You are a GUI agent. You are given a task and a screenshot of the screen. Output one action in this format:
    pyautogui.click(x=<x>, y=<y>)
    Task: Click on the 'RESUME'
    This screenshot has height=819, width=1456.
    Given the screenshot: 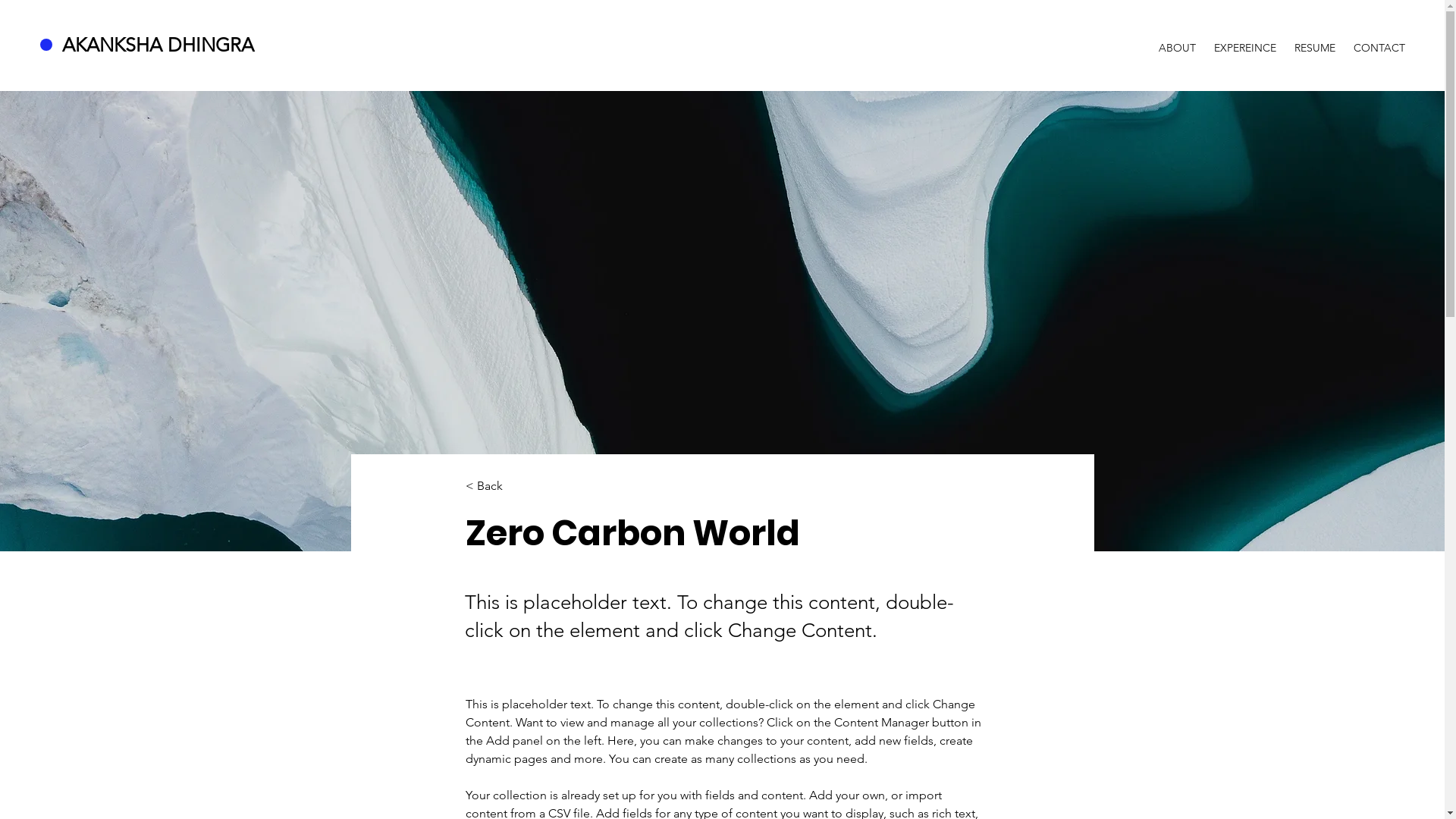 What is the action you would take?
    pyautogui.click(x=1313, y=40)
    